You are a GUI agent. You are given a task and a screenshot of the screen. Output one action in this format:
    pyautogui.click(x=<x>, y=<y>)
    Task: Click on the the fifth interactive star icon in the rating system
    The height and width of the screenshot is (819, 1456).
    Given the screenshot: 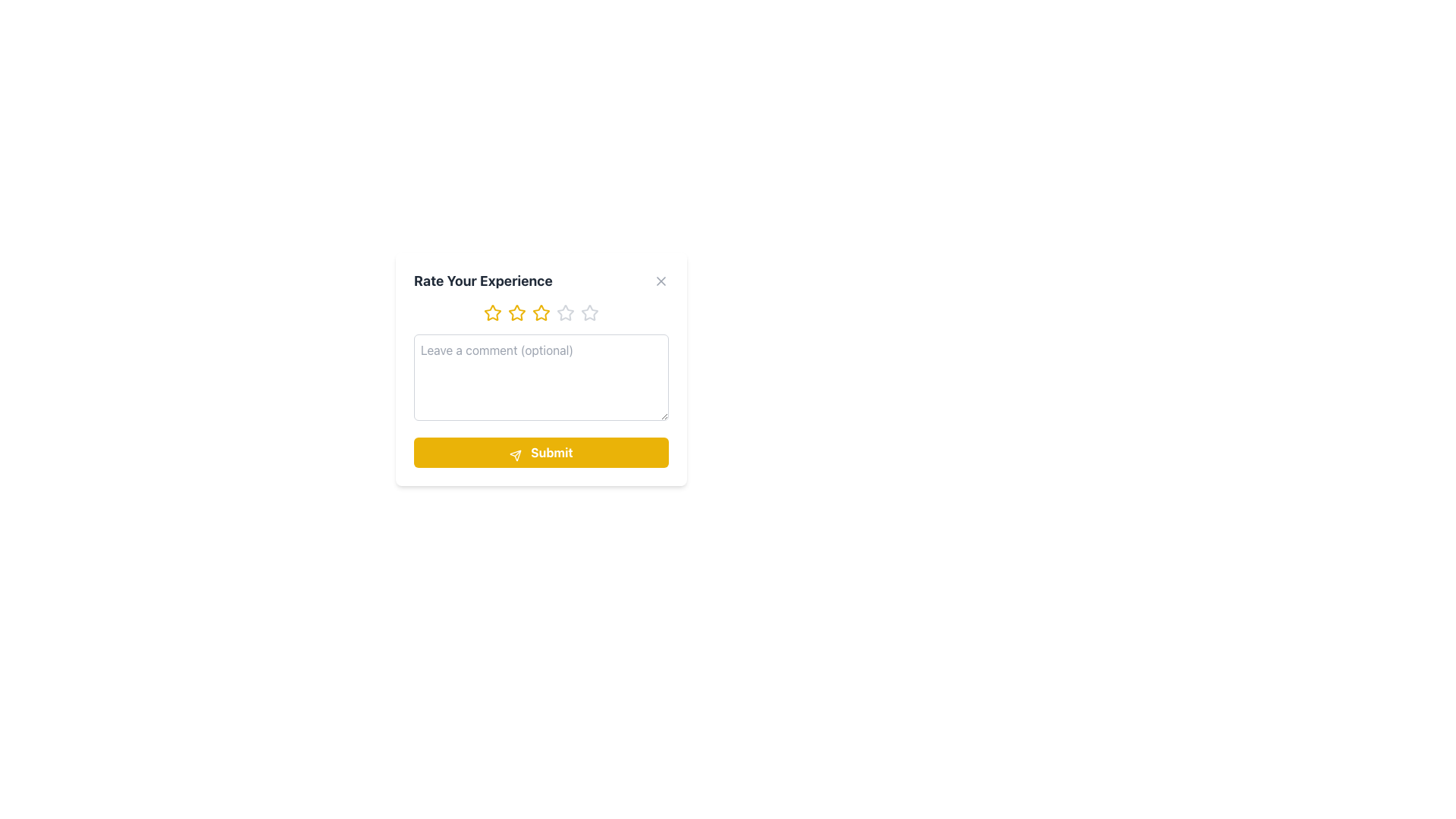 What is the action you would take?
    pyautogui.click(x=588, y=312)
    